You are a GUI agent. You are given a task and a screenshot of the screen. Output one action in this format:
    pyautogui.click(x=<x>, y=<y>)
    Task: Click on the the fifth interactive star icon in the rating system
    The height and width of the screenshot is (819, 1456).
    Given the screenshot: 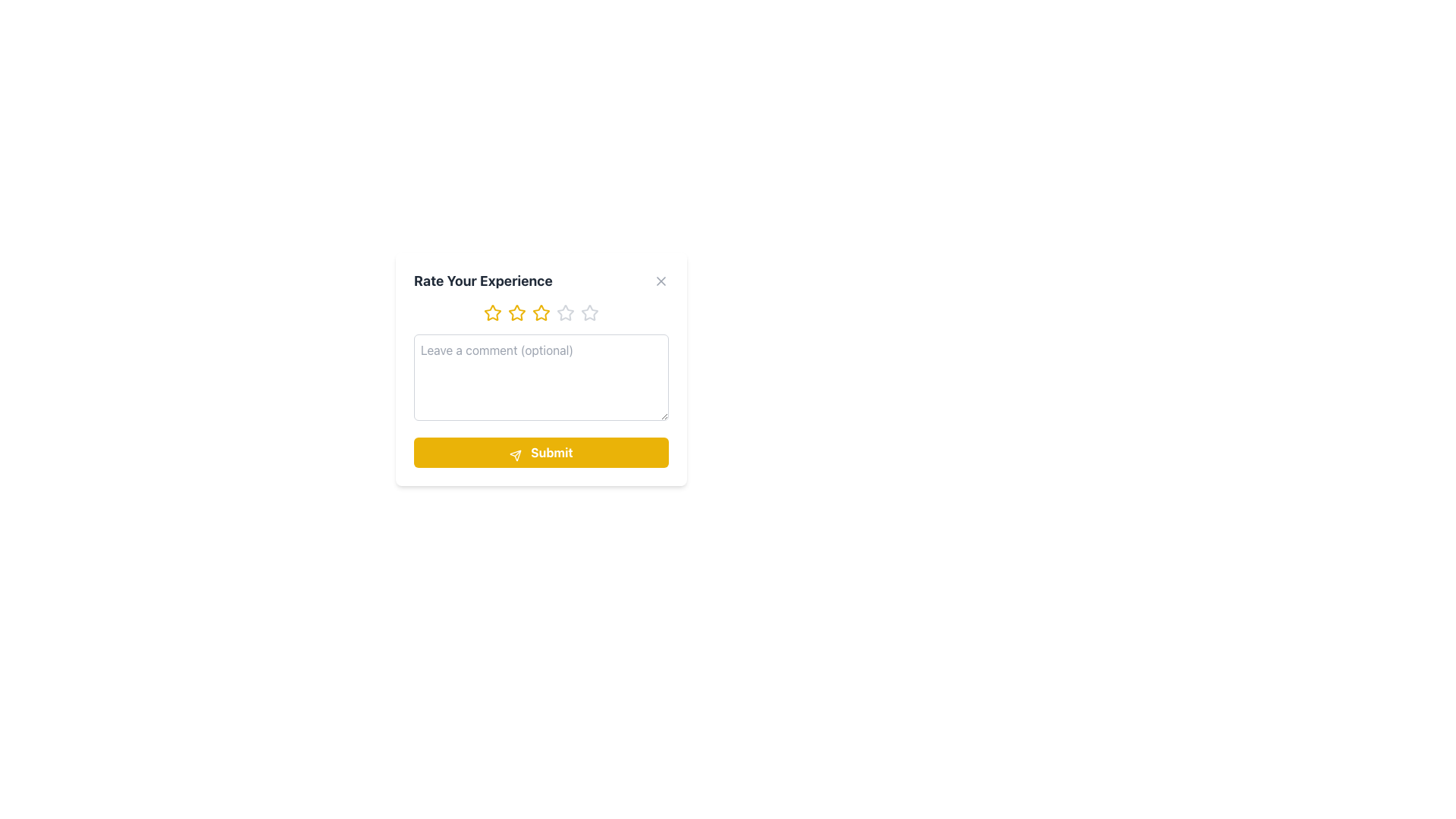 What is the action you would take?
    pyautogui.click(x=588, y=312)
    